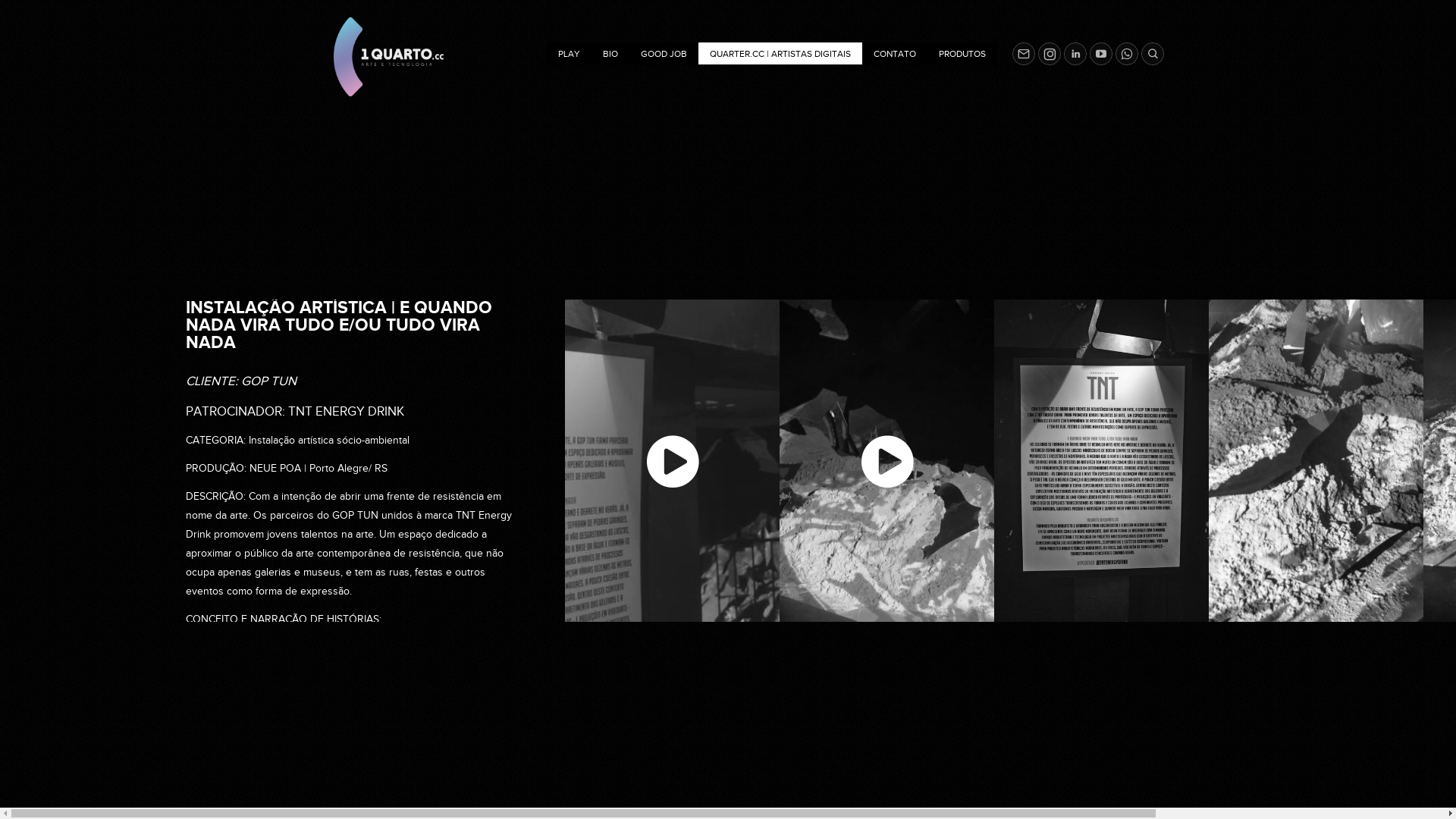 The height and width of the screenshot is (819, 1456). I want to click on 'PLAY', so click(568, 52).